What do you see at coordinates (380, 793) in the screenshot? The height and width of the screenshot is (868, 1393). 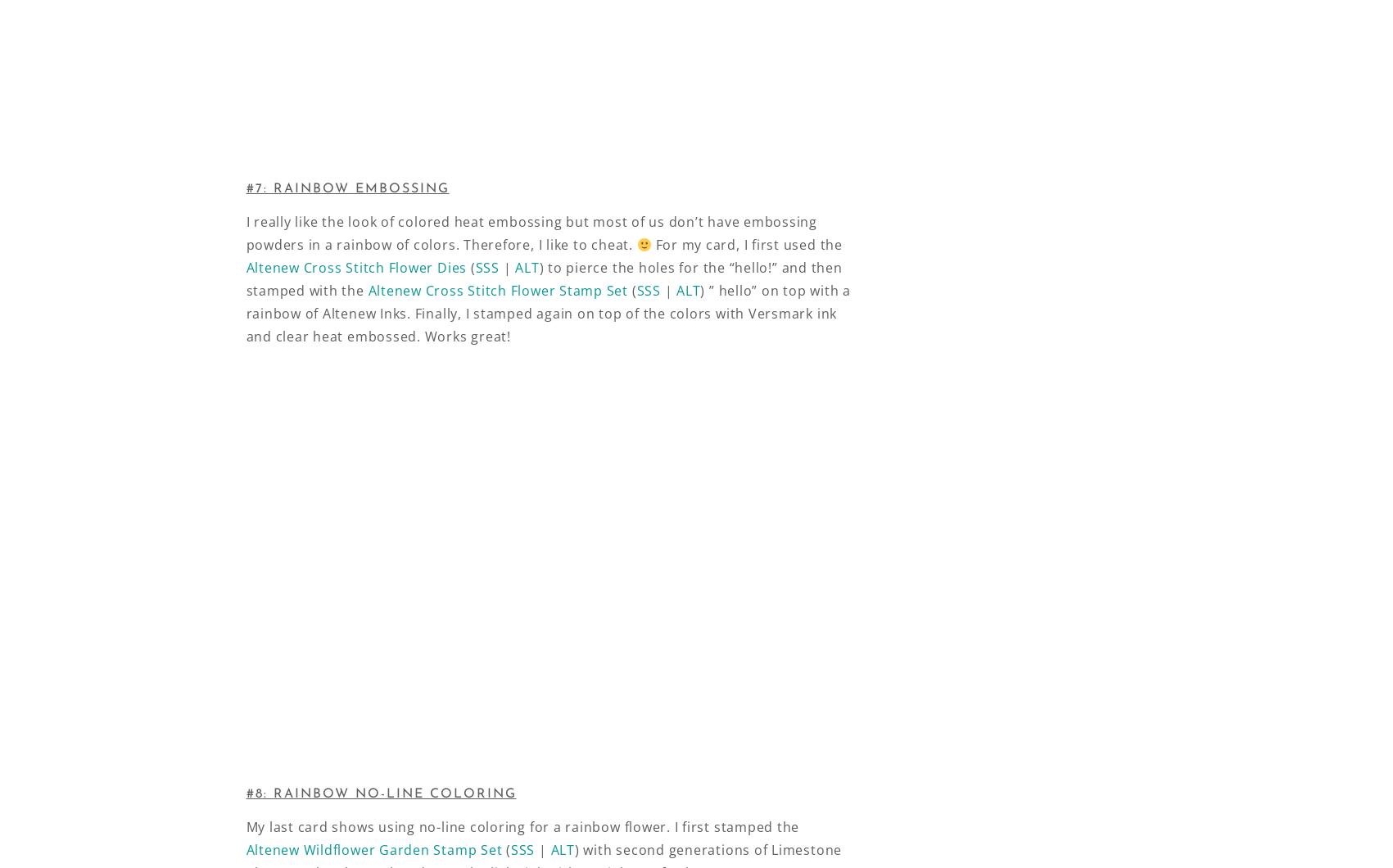 I see `'#8: RAINBOW No-Line Coloring'` at bounding box center [380, 793].